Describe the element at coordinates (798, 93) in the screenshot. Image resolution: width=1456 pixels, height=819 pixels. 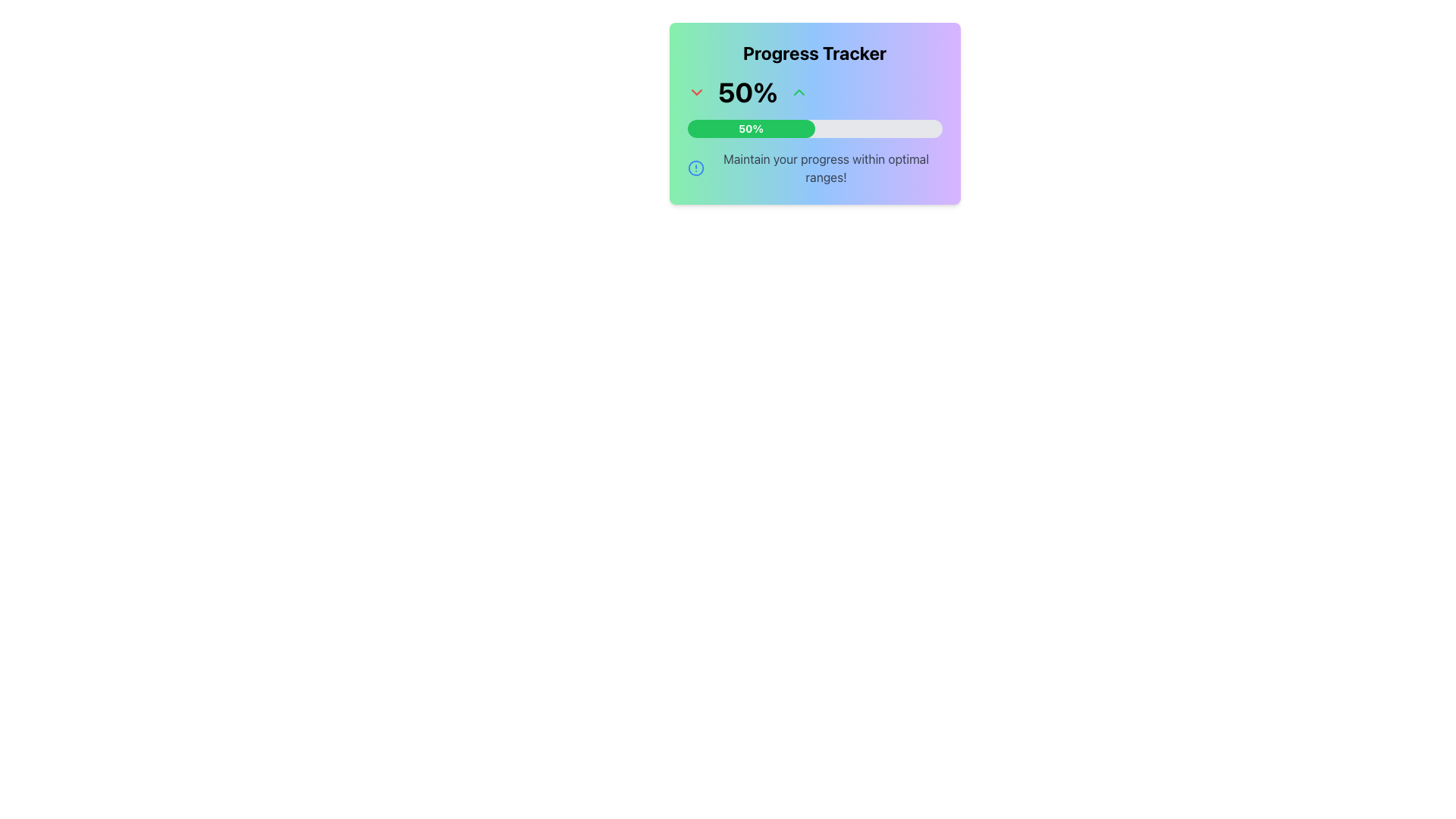
I see `the increment button located to the right of the displayed percentage '50%'` at that location.